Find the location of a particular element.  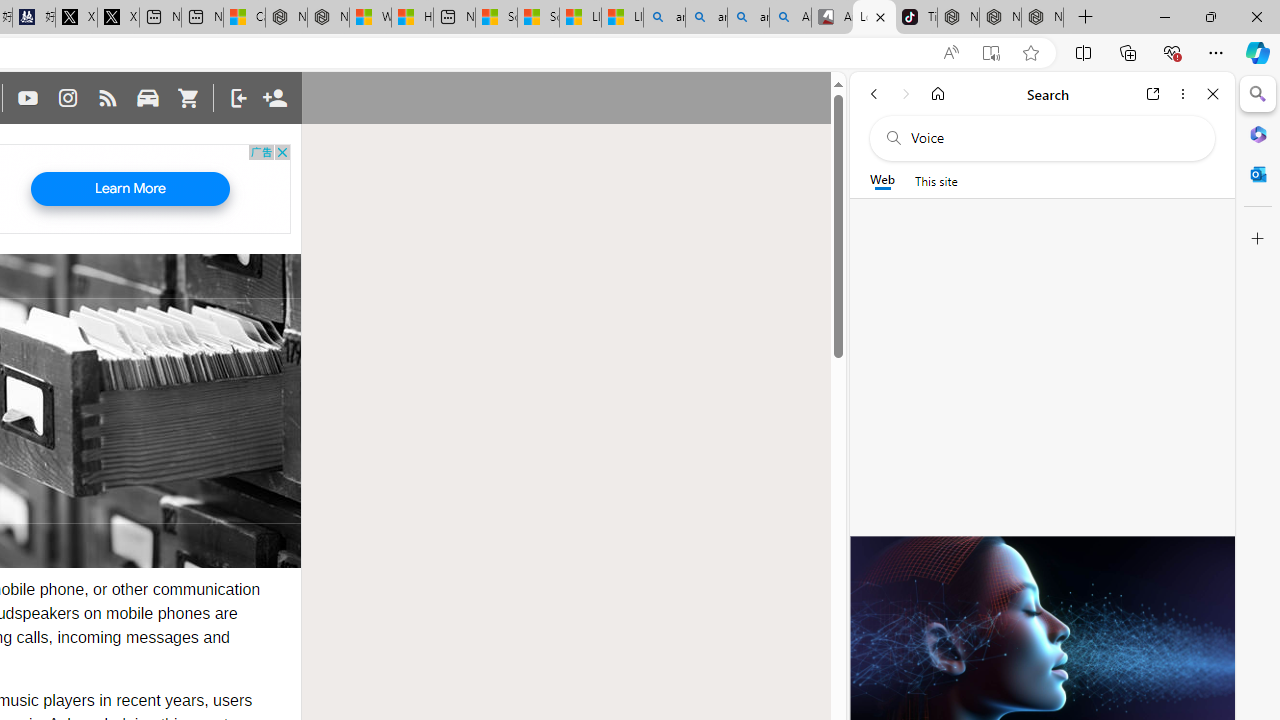

'Learn More' is located at coordinates (128, 189).